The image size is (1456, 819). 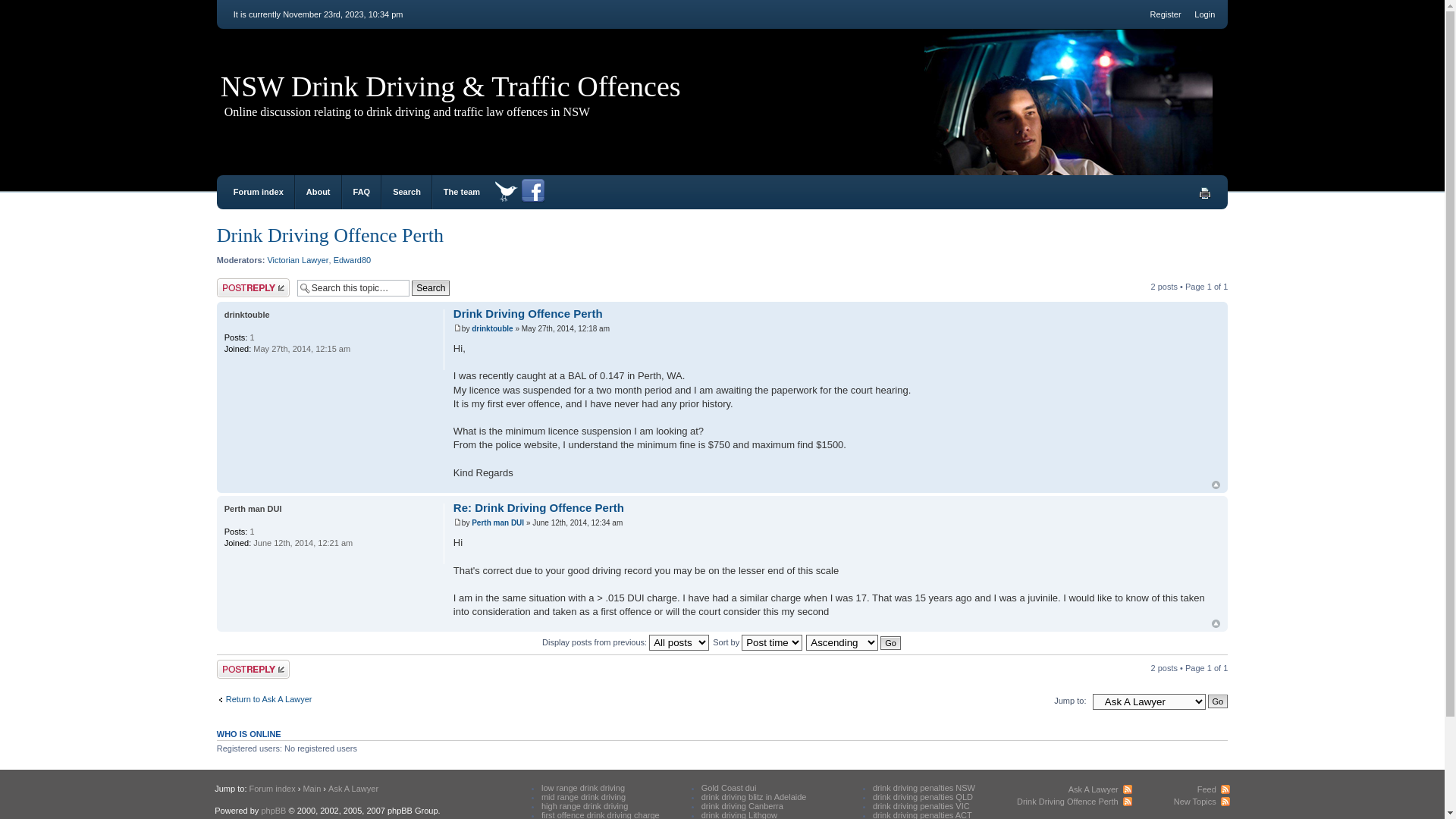 What do you see at coordinates (923, 786) in the screenshot?
I see `'drink driving penalties NSW'` at bounding box center [923, 786].